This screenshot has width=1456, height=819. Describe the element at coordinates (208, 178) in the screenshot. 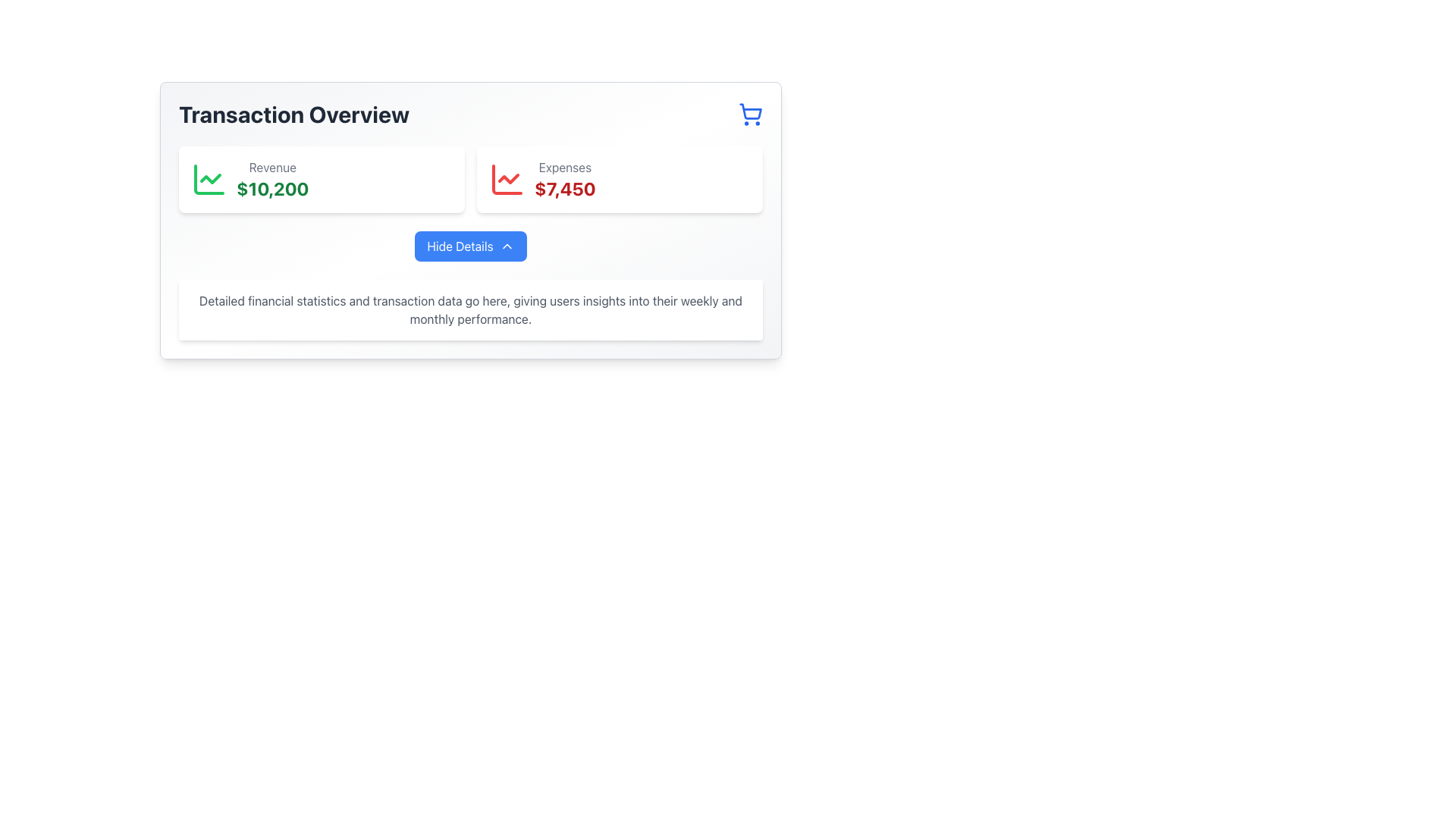

I see `the green chart icon representing revenue, which features a line graph with an upward trend and a checkmark, located in the 'Transaction Overview' section` at that location.